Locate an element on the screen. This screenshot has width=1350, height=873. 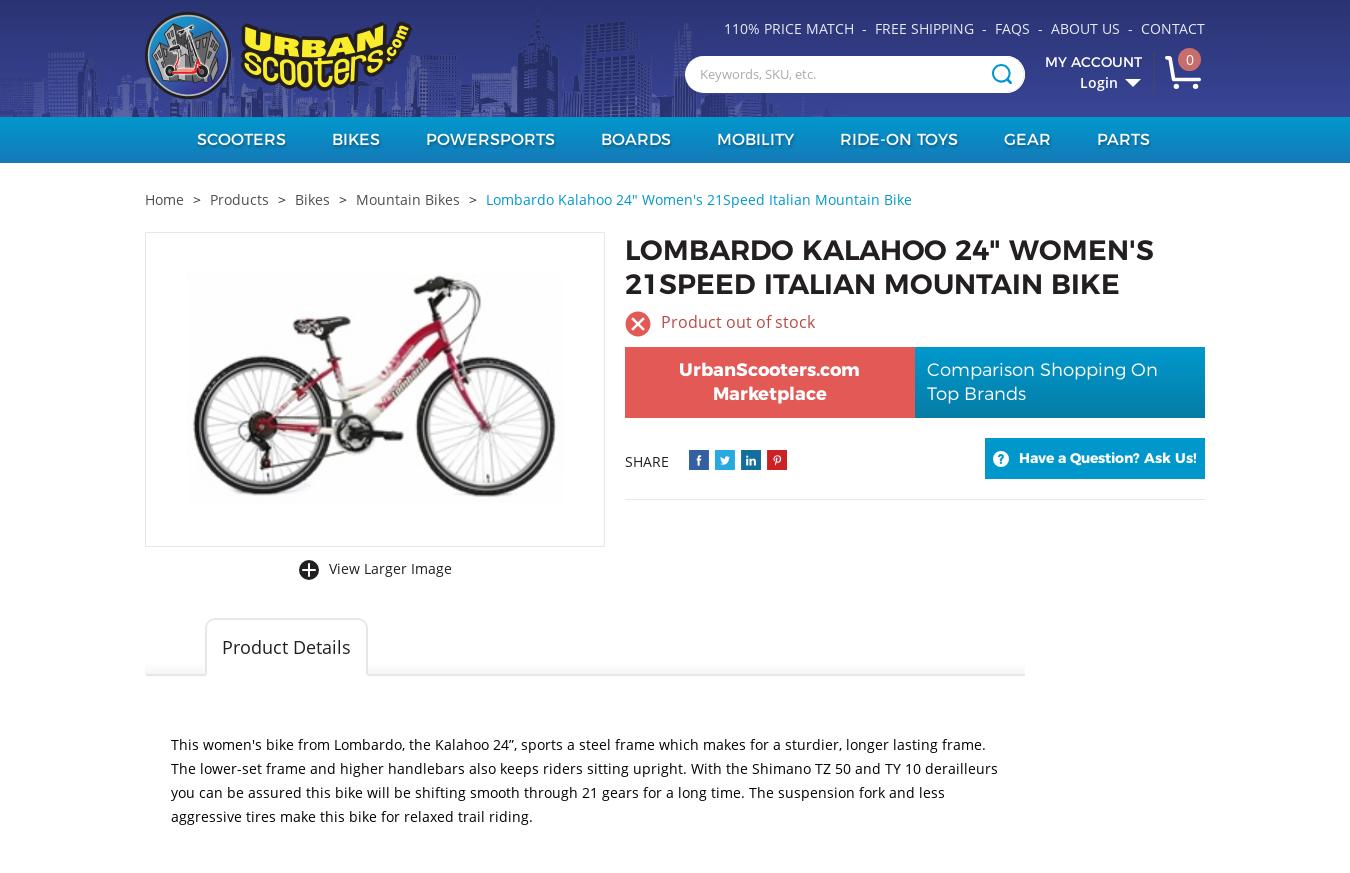
'Powersports' is located at coordinates (488, 139).